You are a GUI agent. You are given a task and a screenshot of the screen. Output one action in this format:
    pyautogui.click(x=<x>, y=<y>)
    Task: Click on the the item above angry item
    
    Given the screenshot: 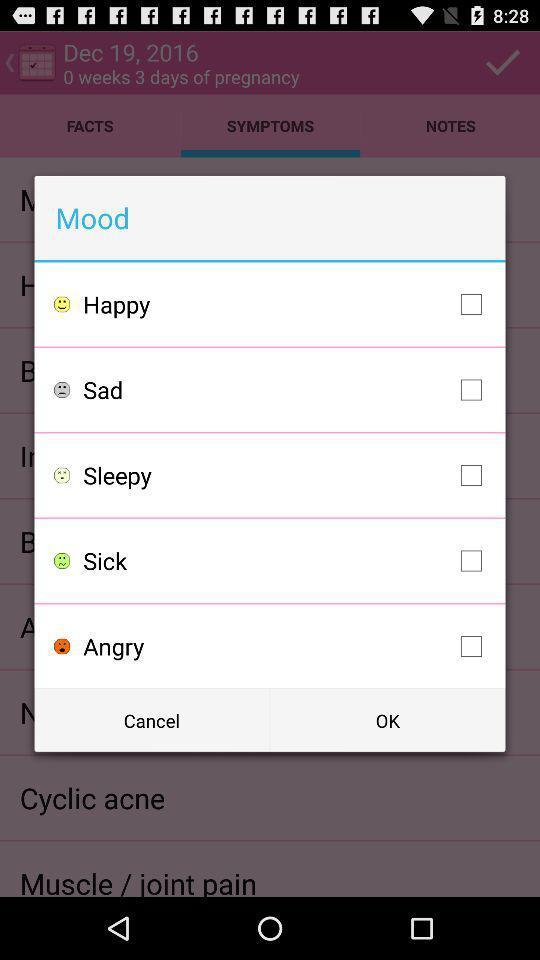 What is the action you would take?
    pyautogui.click(x=286, y=561)
    